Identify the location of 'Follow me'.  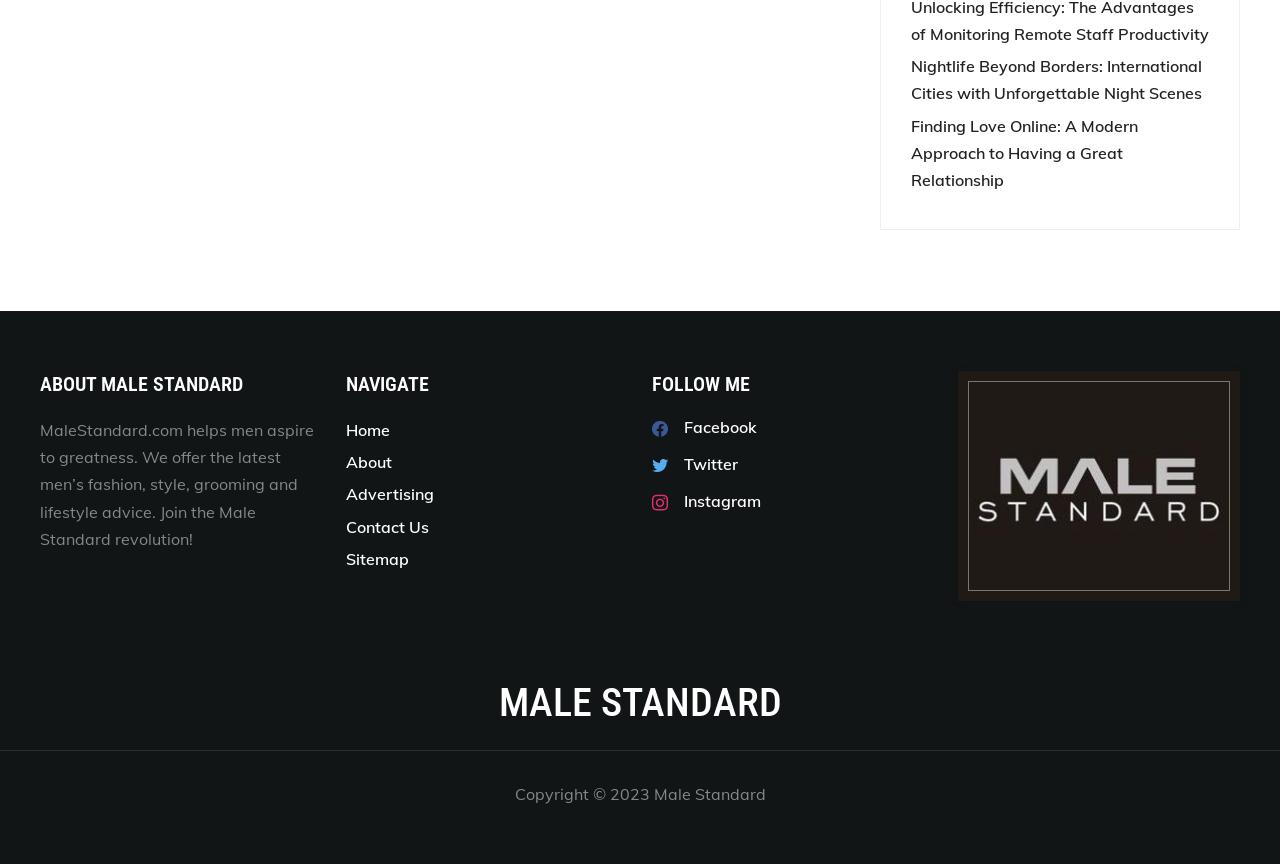
(701, 382).